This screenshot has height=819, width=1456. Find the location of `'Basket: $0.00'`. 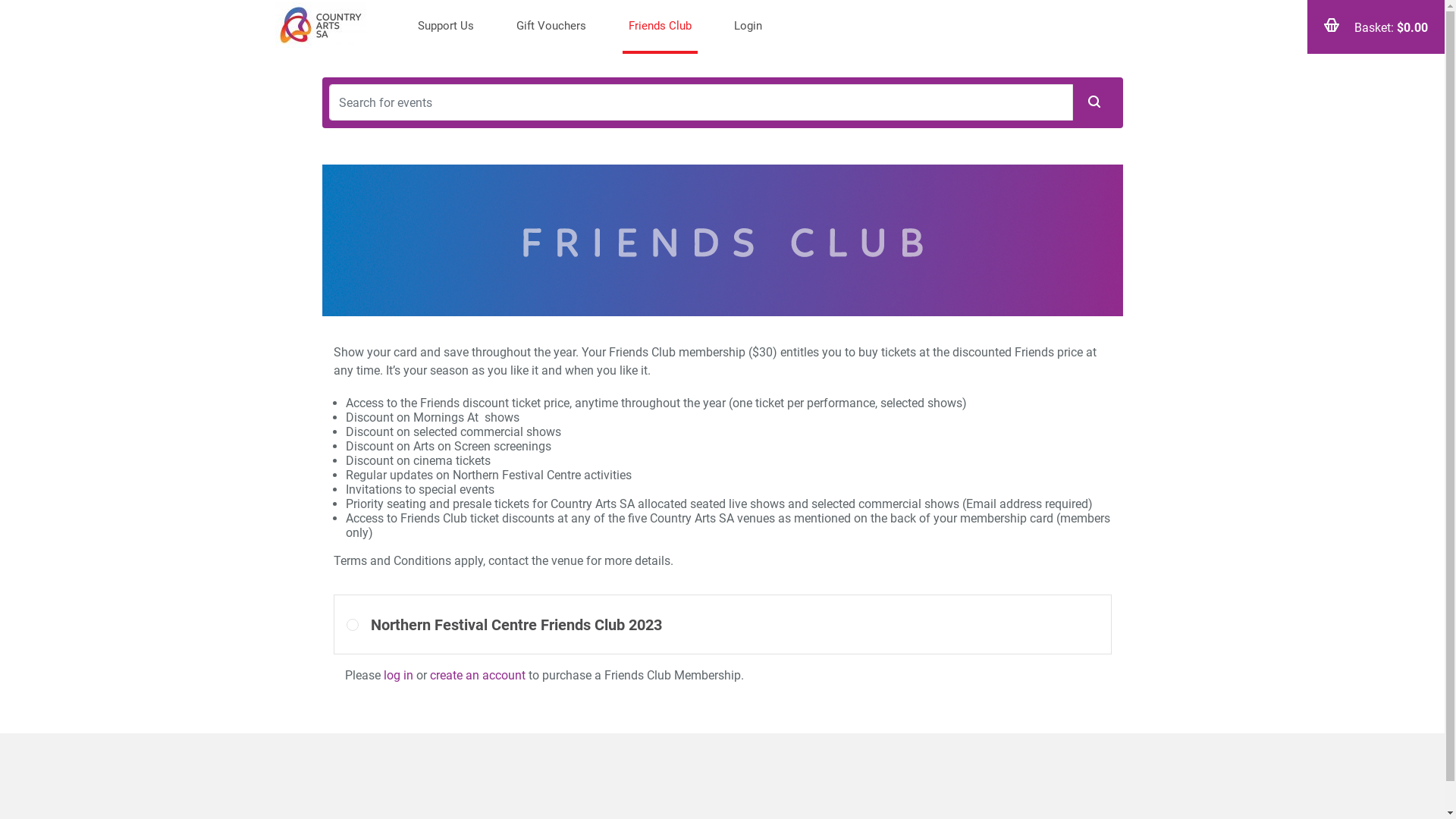

'Basket: $0.00' is located at coordinates (1376, 27).